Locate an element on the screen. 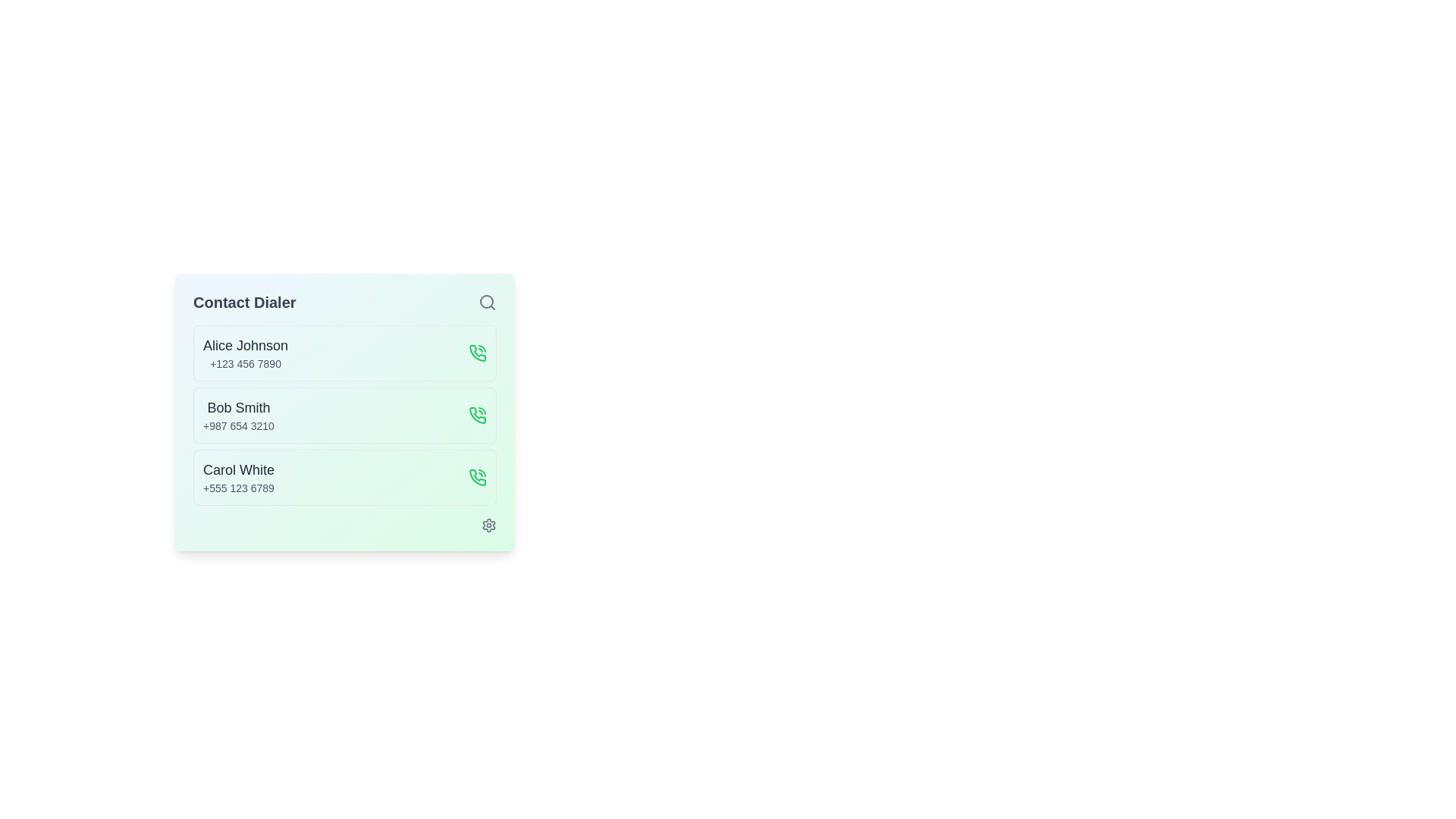  the Contact Card for 'Bob Smith' is located at coordinates (344, 415).